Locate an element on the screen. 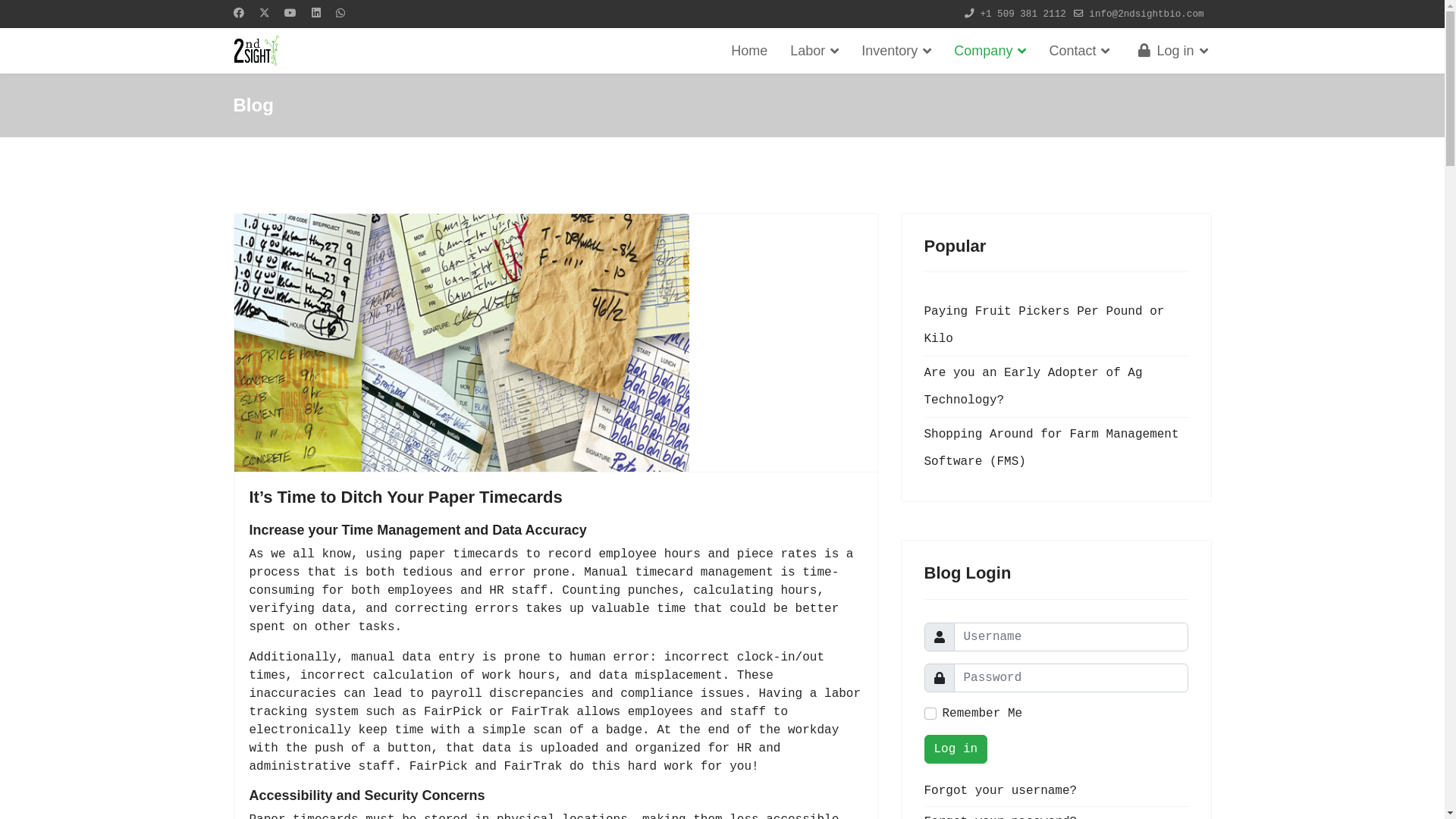  'info@2ndsightbio.com' is located at coordinates (1146, 14).